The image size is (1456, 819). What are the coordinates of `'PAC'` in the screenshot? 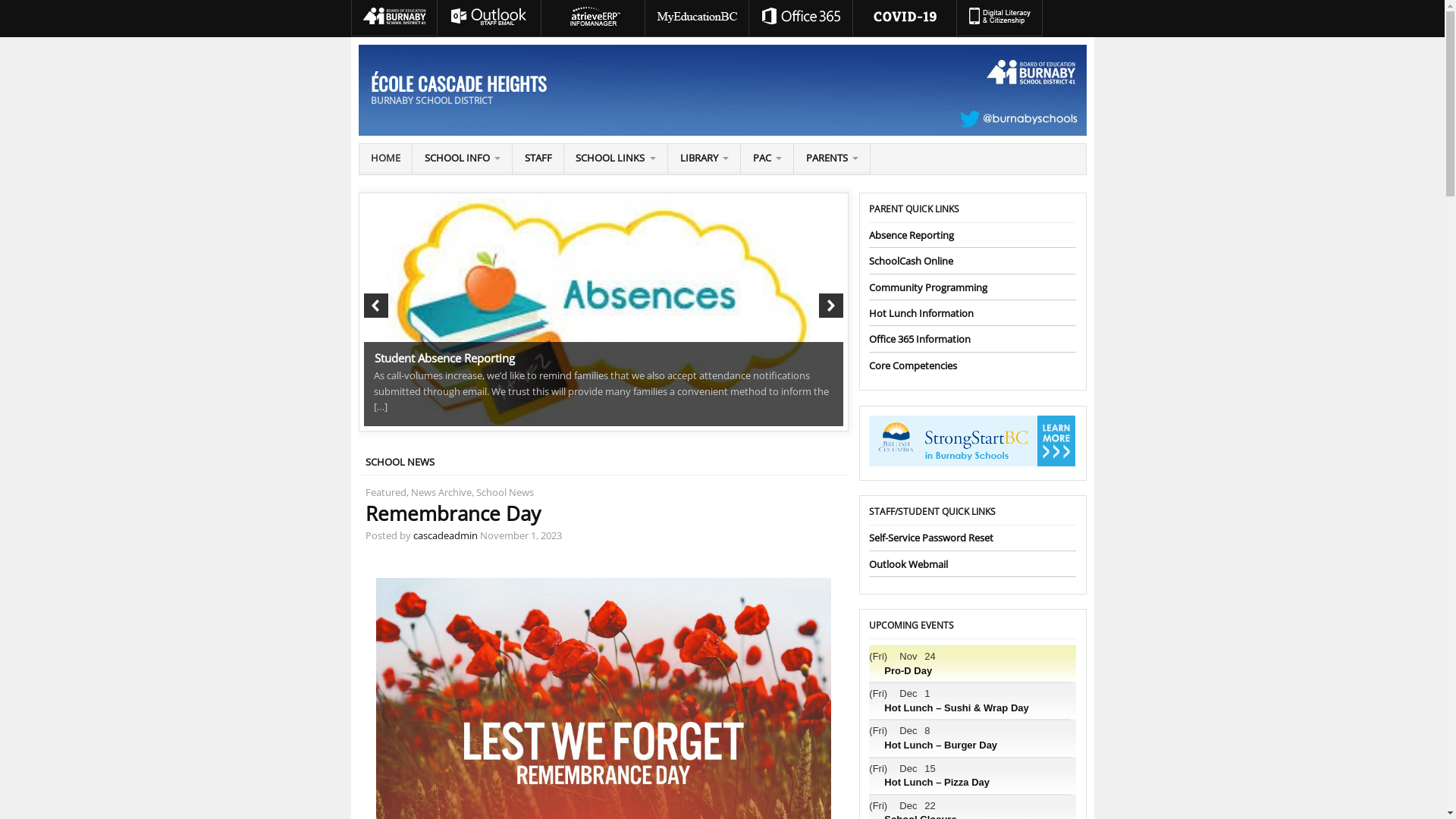 It's located at (767, 158).